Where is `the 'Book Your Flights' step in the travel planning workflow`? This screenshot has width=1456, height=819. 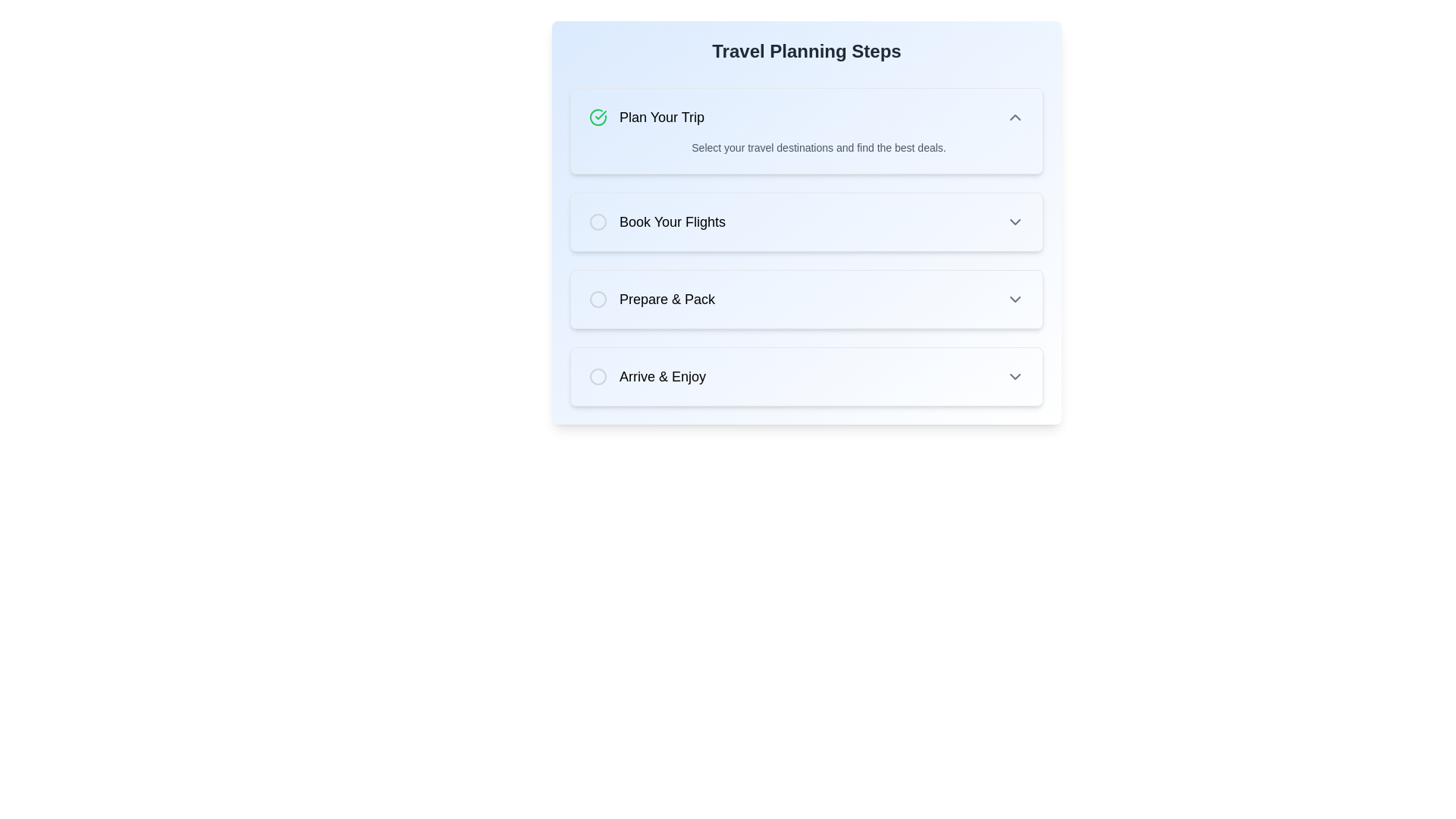
the 'Book Your Flights' step in the travel planning workflow is located at coordinates (806, 222).